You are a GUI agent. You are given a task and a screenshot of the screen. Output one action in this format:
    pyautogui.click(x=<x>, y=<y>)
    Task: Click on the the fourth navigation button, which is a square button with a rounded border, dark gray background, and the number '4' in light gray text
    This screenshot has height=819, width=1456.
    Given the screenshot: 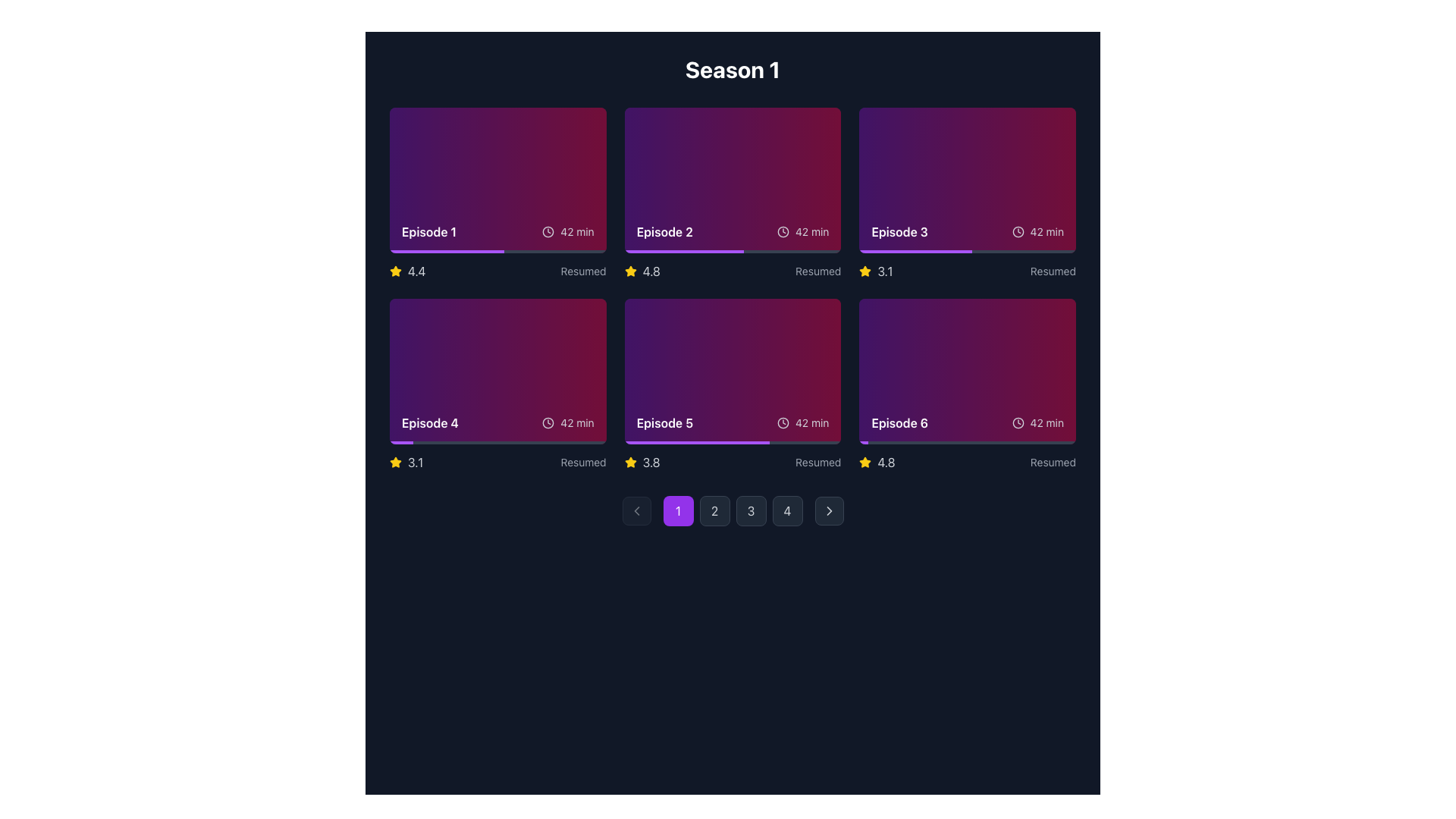 What is the action you would take?
    pyautogui.click(x=787, y=511)
    